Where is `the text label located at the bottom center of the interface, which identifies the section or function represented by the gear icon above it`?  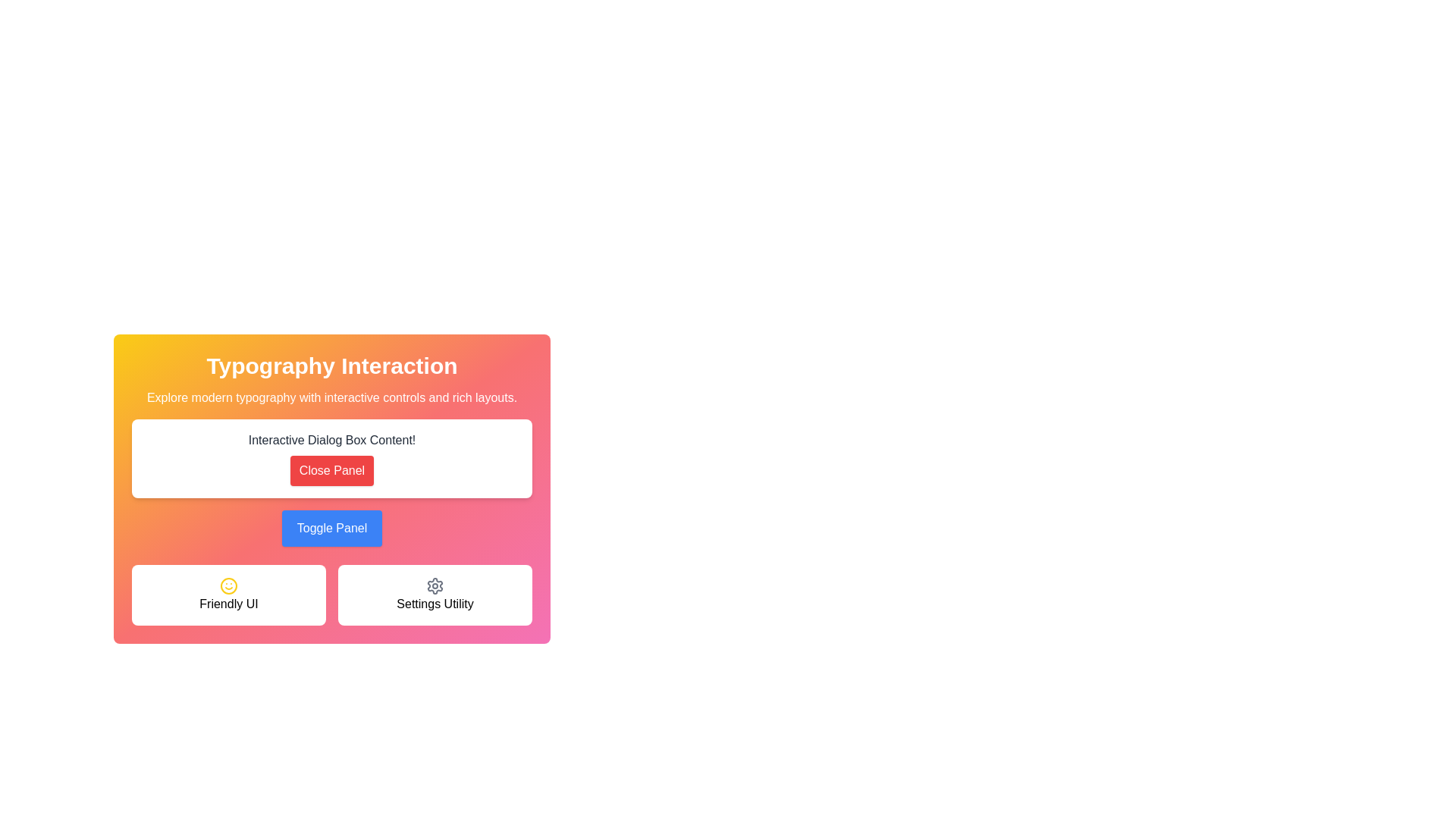 the text label located at the bottom center of the interface, which identifies the section or function represented by the gear icon above it is located at coordinates (435, 604).